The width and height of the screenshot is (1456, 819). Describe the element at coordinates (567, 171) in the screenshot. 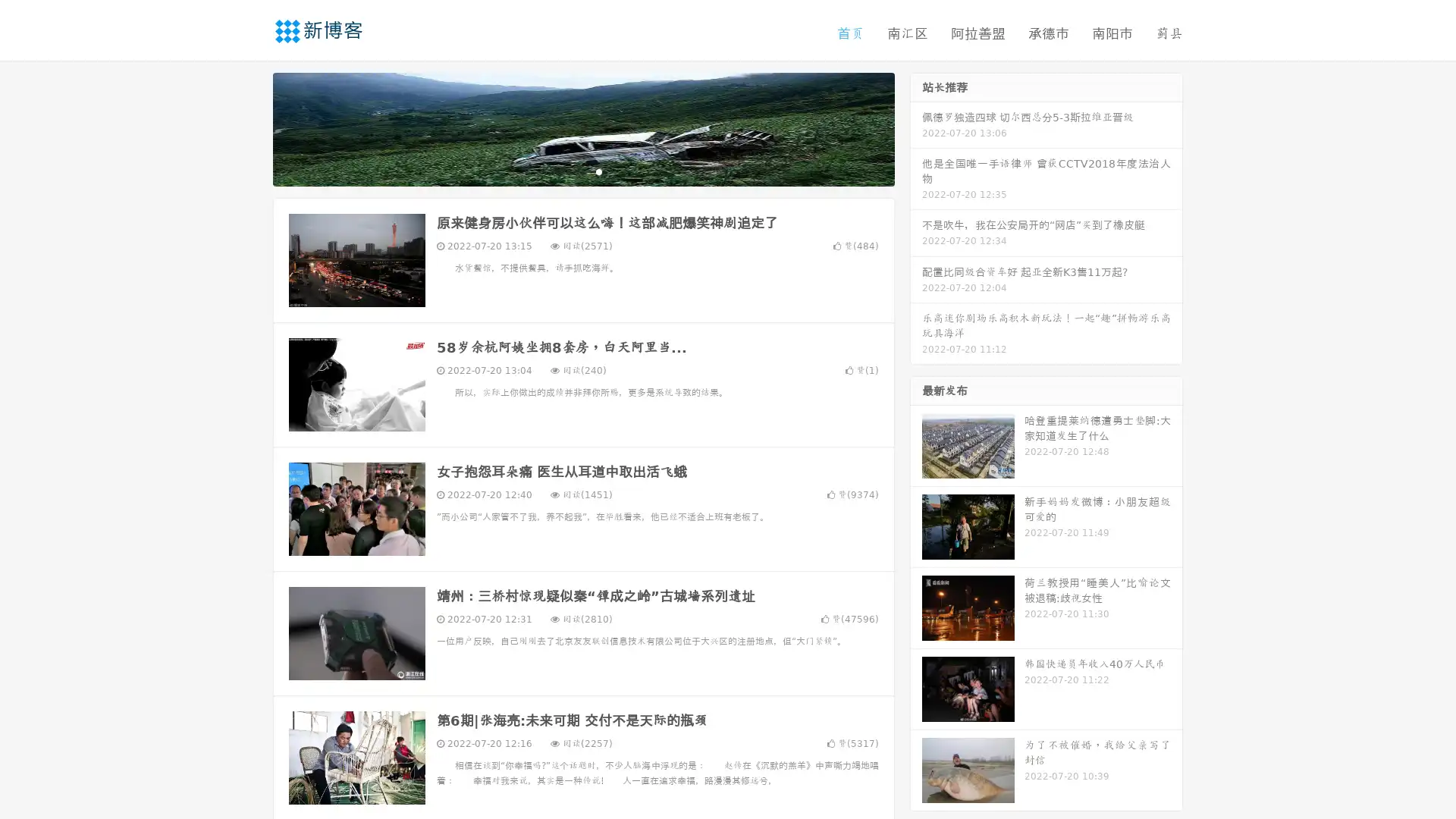

I see `Go to slide 1` at that location.